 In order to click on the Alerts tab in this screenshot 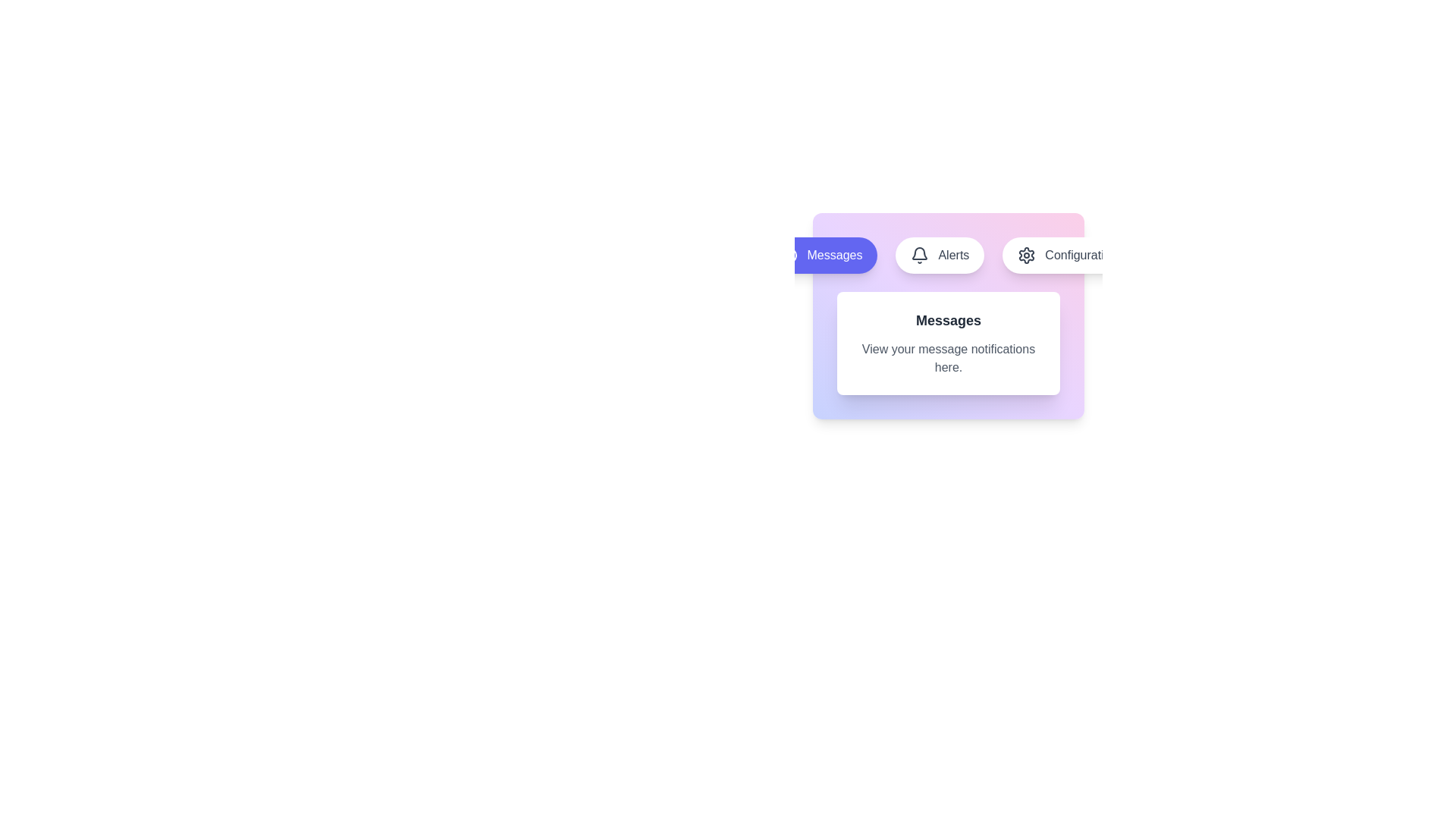, I will do `click(939, 254)`.